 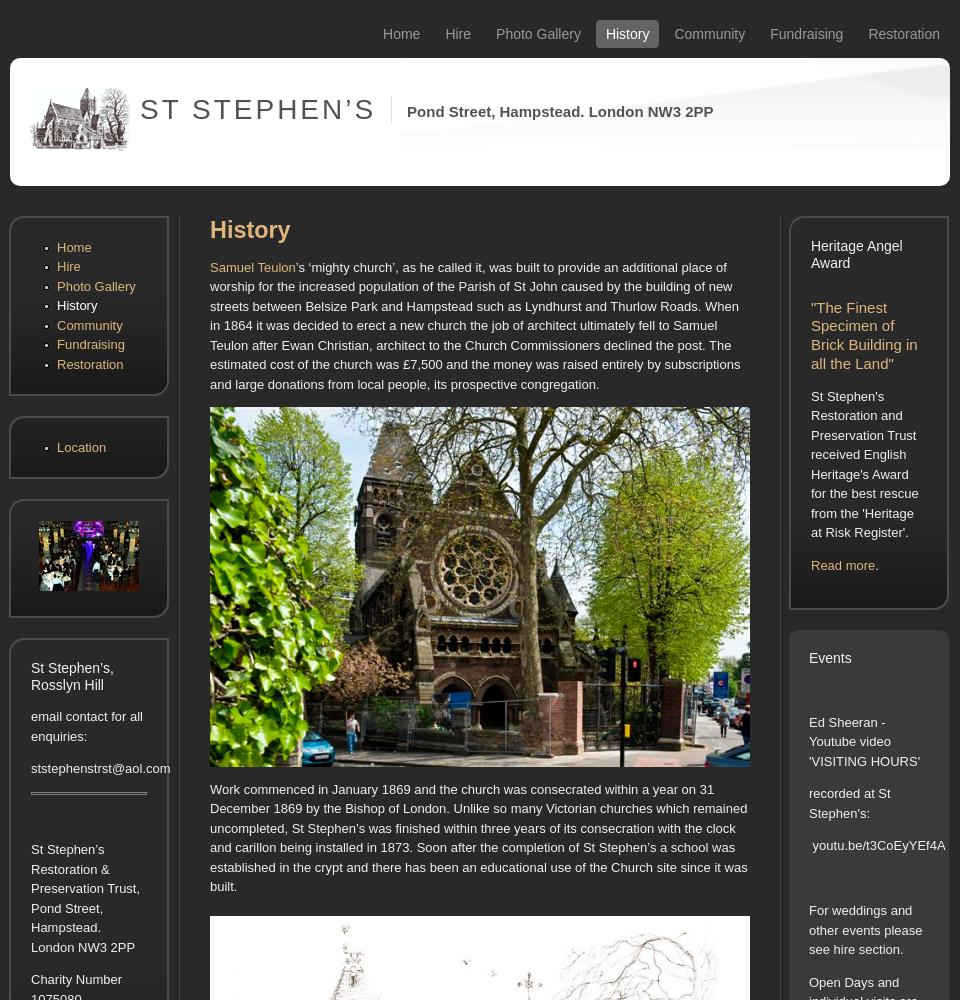 I want to click on '"The Finest Specimen of Brick Building in all the Land"', so click(x=811, y=333).